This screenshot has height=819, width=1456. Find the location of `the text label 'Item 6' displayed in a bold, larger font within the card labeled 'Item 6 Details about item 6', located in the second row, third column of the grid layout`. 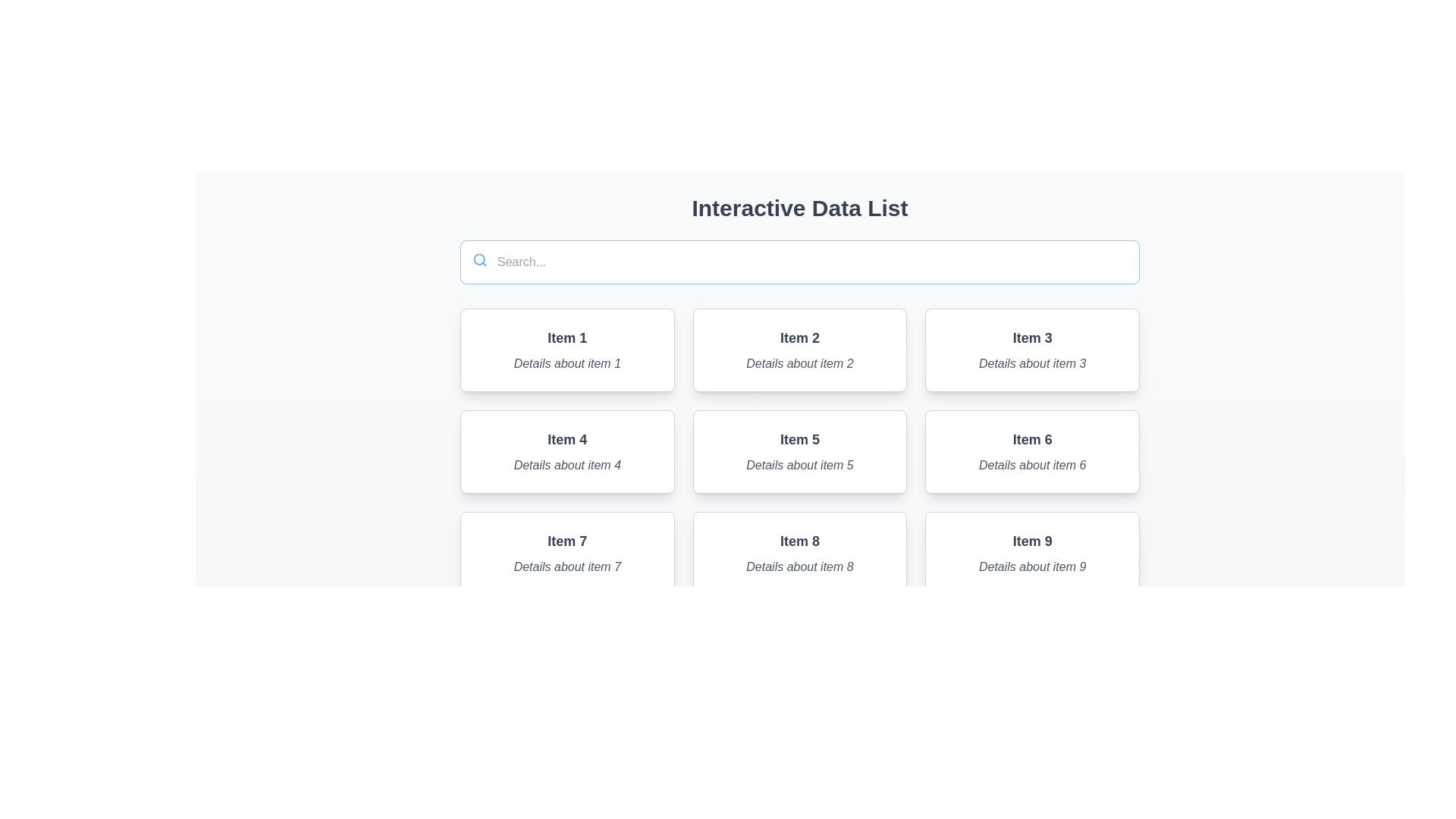

the text label 'Item 6' displayed in a bold, larger font within the card labeled 'Item 6 Details about item 6', located in the second row, third column of the grid layout is located at coordinates (1031, 439).